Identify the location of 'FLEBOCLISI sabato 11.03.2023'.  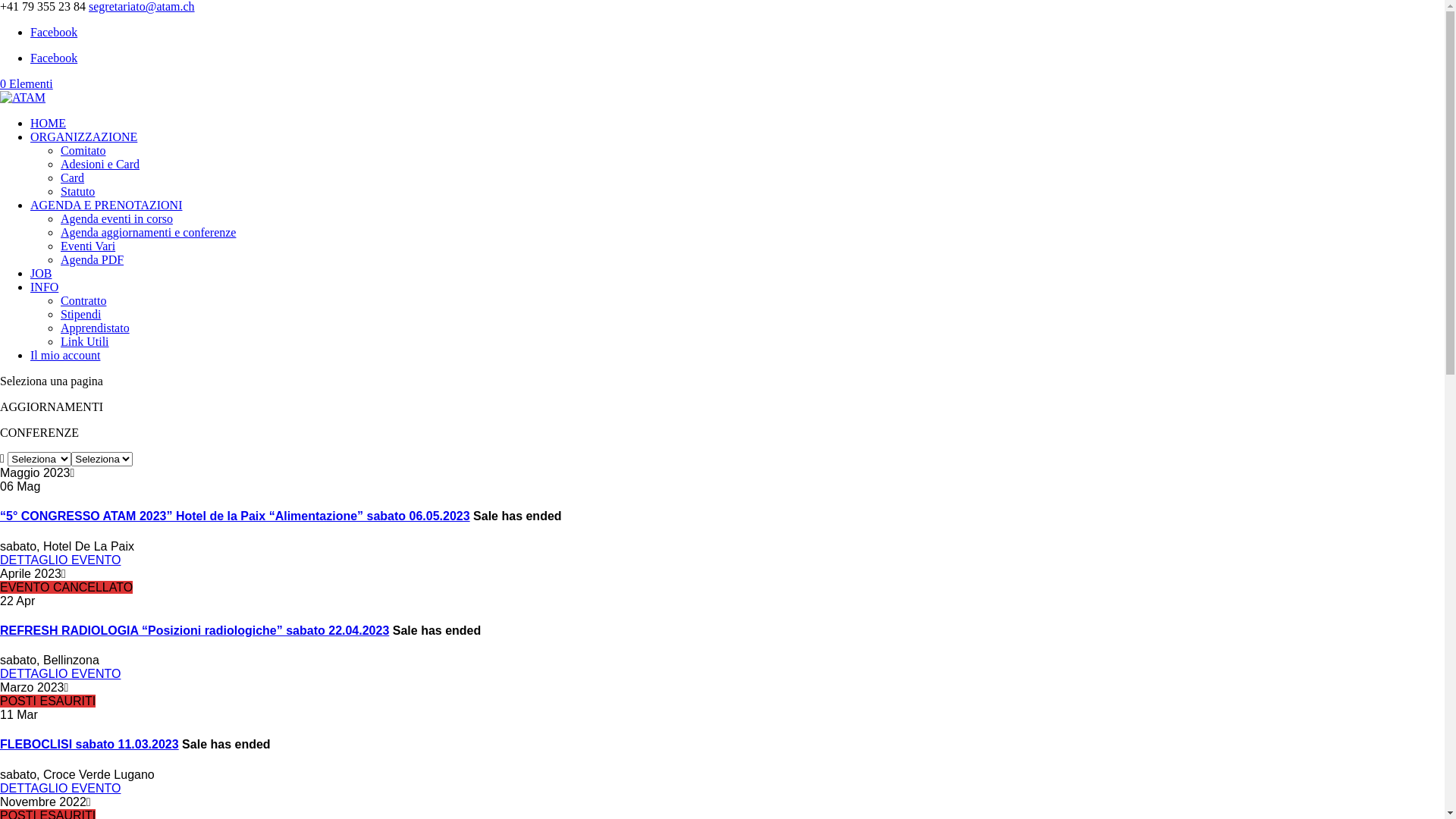
(89, 743).